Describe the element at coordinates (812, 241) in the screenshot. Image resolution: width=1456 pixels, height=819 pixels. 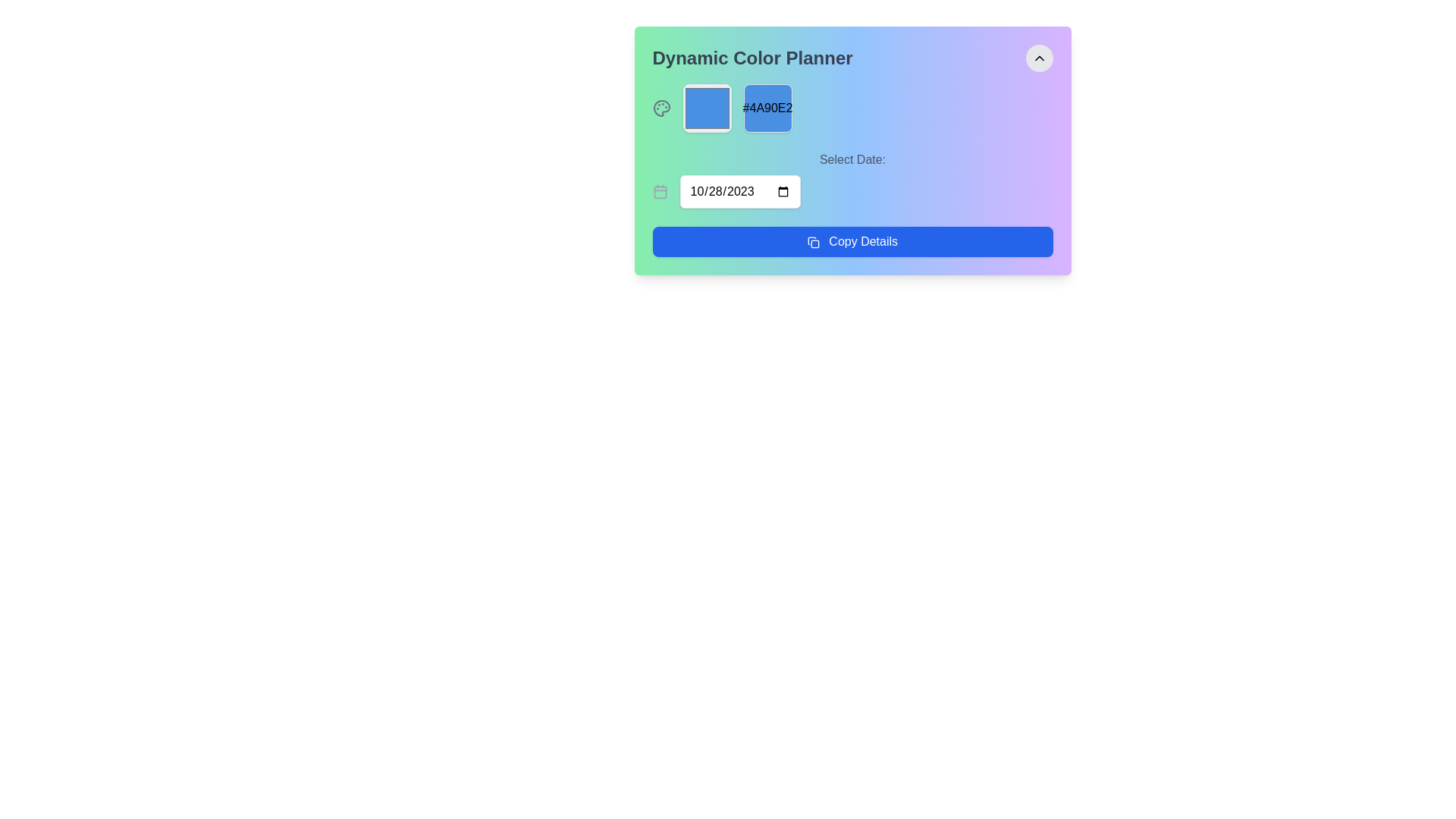
I see `the 'Copy Details' button located at the bottom center of the card, which contains a clipboard icon within a blue rounded rectangle` at that location.